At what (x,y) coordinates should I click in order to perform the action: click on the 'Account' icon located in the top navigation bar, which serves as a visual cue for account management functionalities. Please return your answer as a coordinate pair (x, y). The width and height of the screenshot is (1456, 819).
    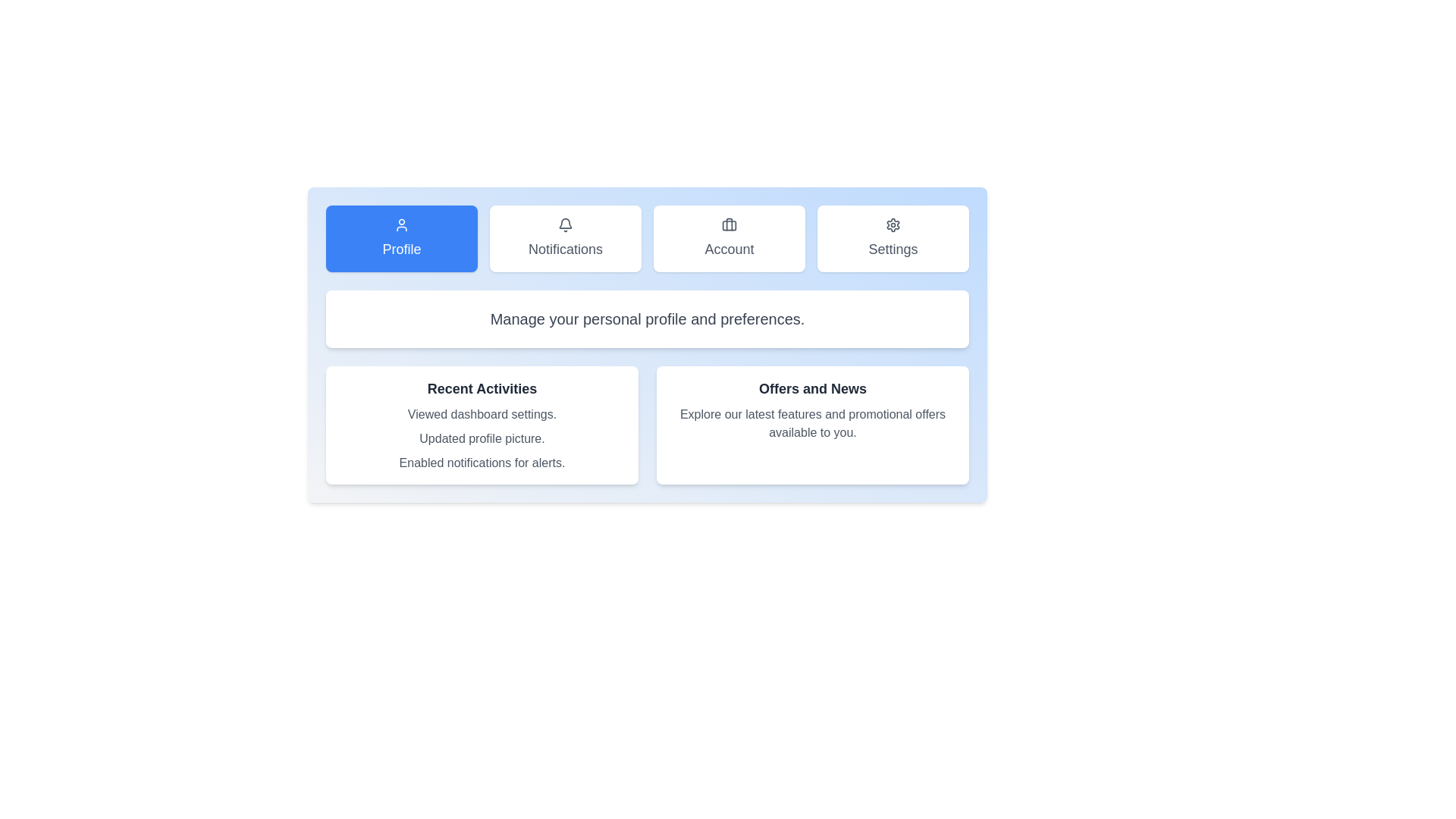
    Looking at the image, I should click on (729, 225).